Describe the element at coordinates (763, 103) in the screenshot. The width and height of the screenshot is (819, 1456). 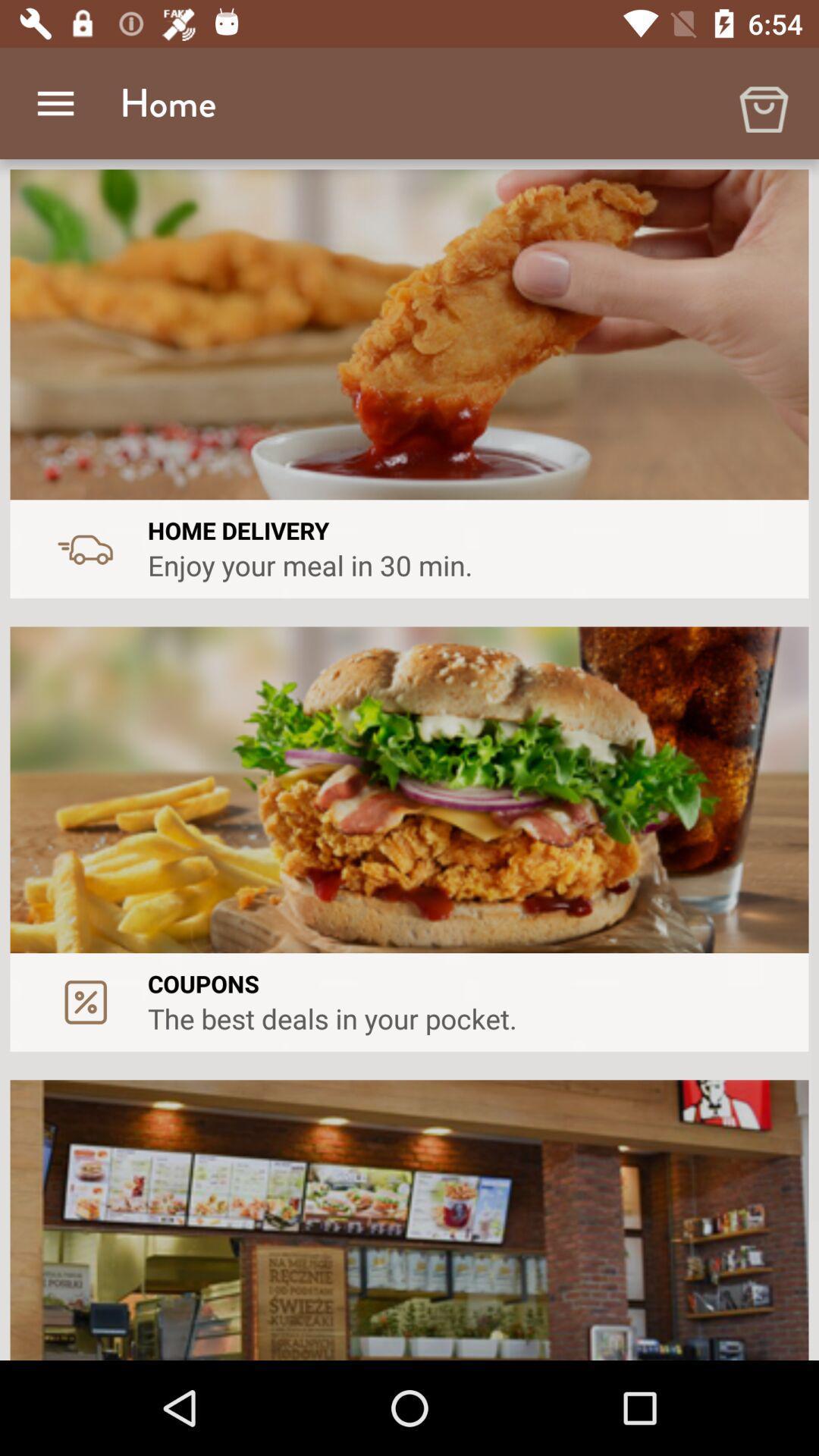
I see `the add to cart button` at that location.